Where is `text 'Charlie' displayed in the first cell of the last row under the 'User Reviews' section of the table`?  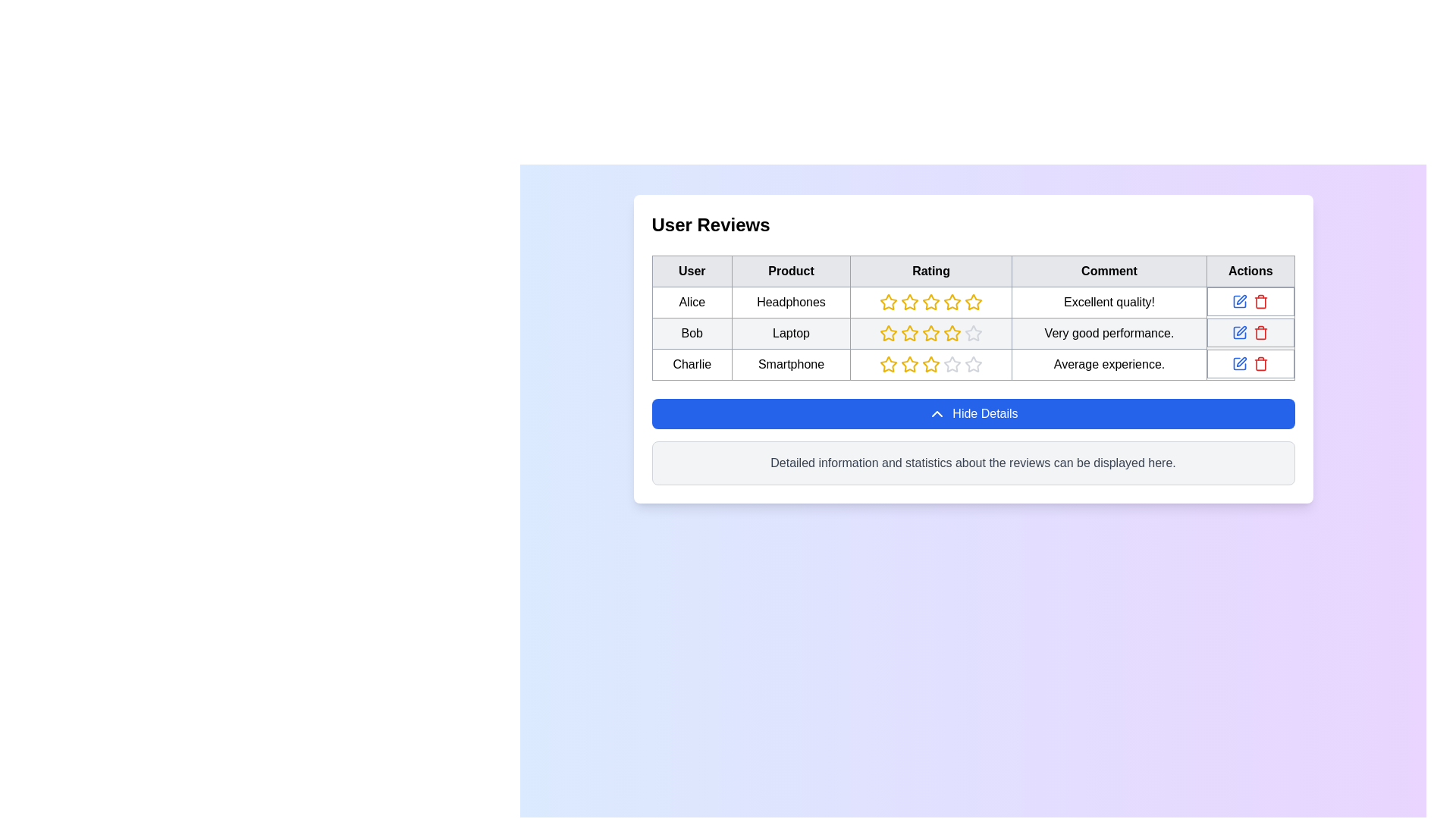 text 'Charlie' displayed in the first cell of the last row under the 'User Reviews' section of the table is located at coordinates (691, 365).